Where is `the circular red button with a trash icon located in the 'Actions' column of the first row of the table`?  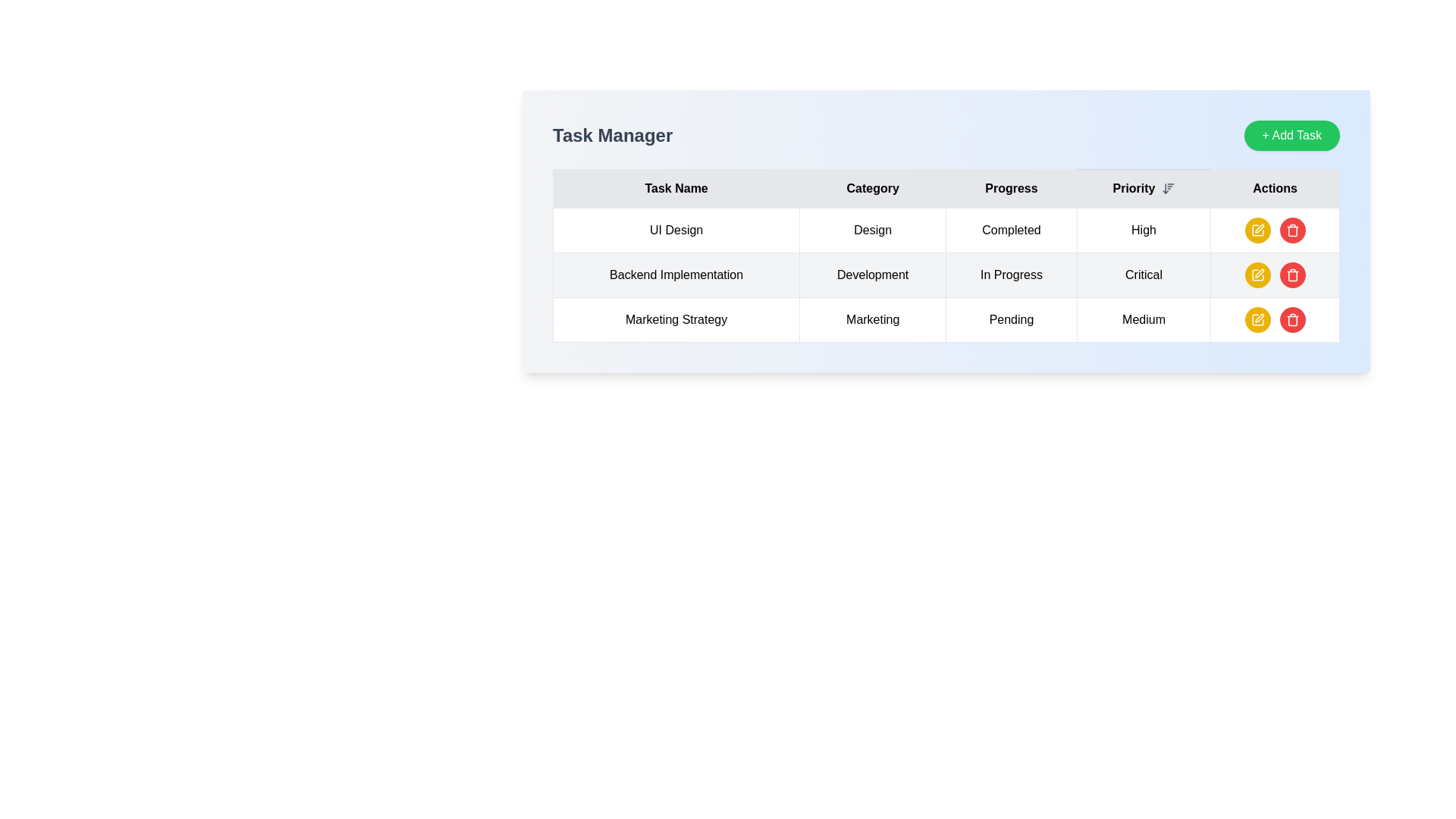
the circular red button with a trash icon located in the 'Actions' column of the first row of the table is located at coordinates (1291, 231).